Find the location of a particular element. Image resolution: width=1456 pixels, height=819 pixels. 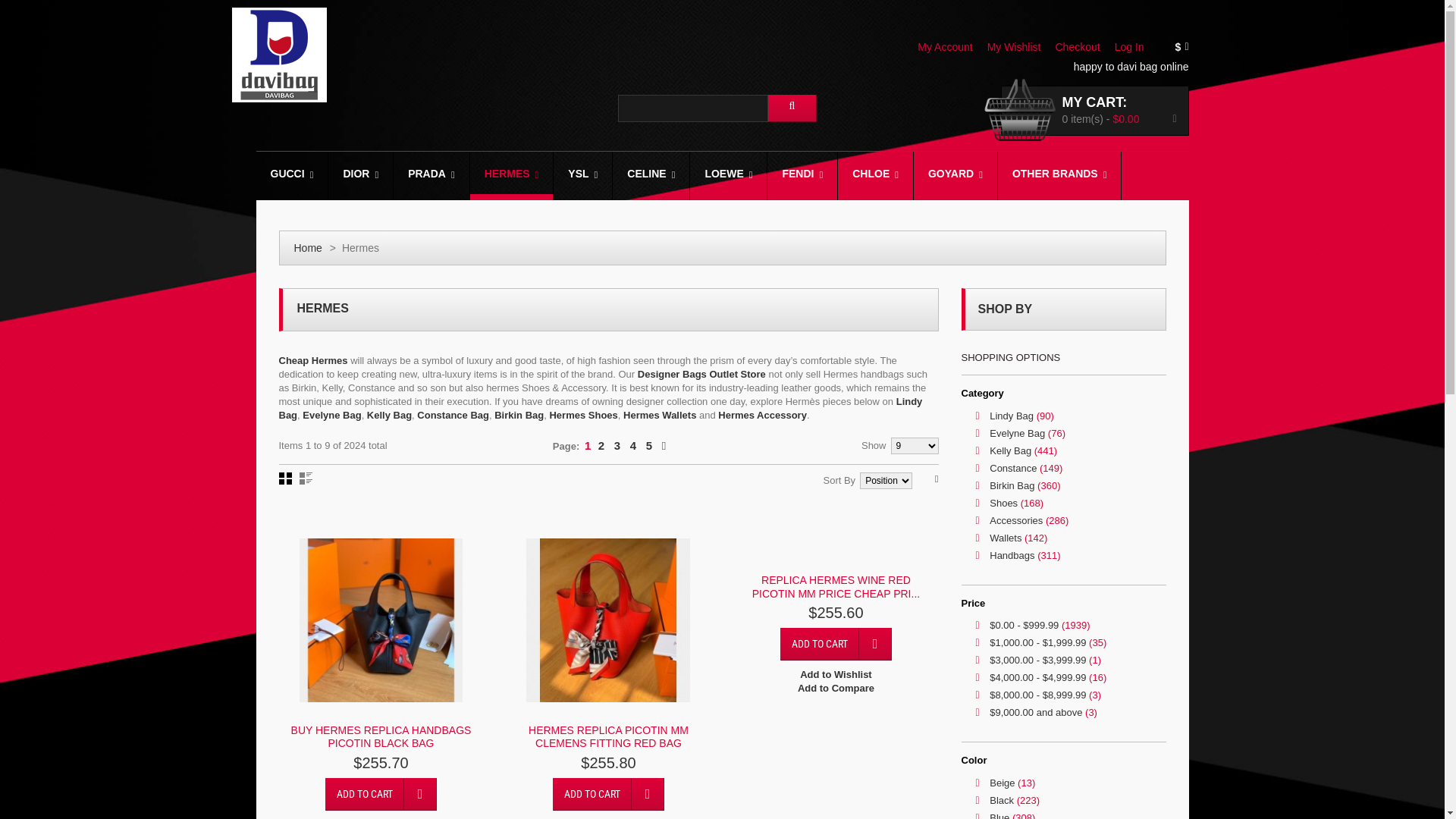

'List' is located at coordinates (298, 479).